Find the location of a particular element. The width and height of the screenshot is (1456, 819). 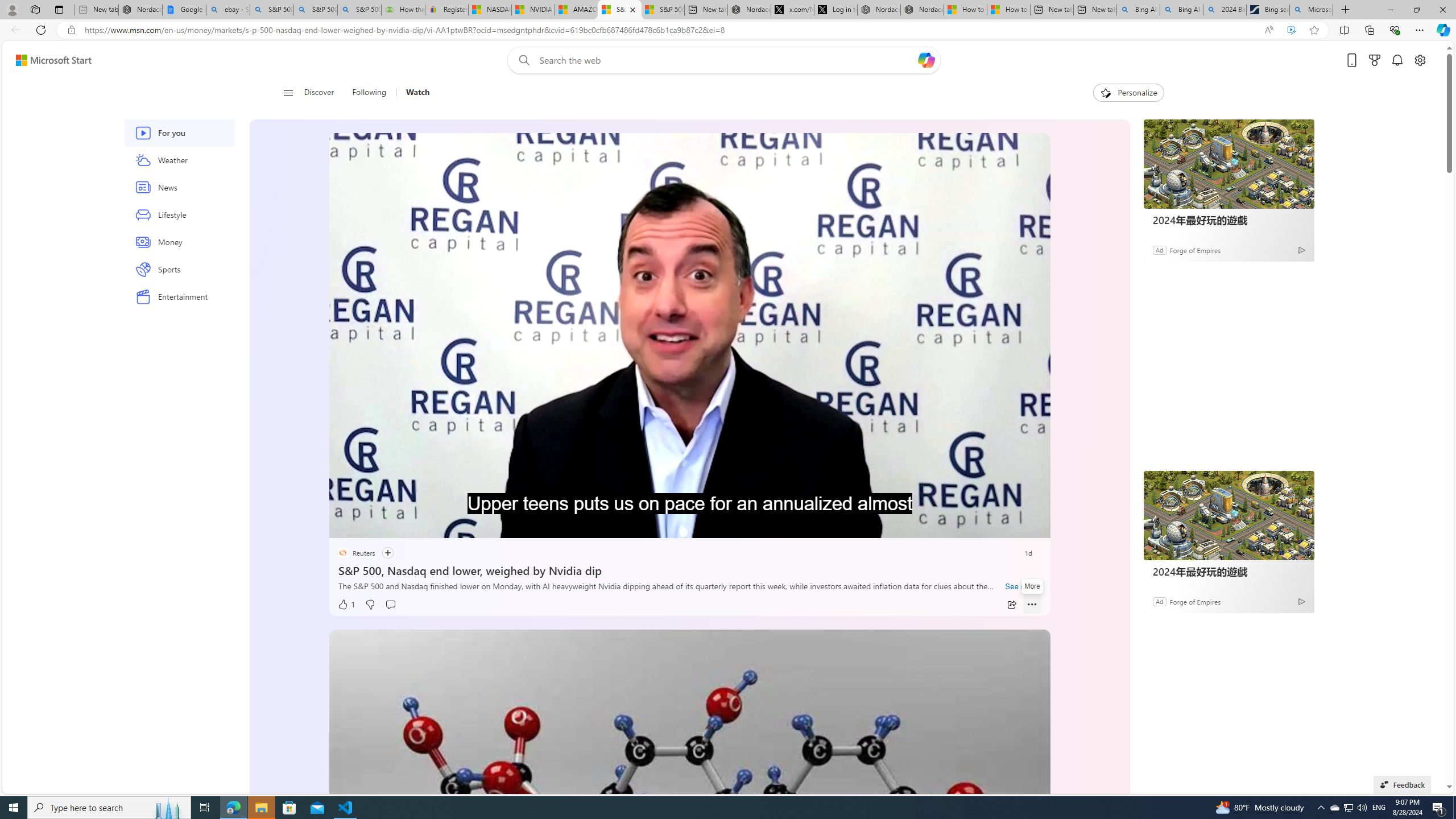

'Register: Create a personal eBay account' is located at coordinates (446, 9).